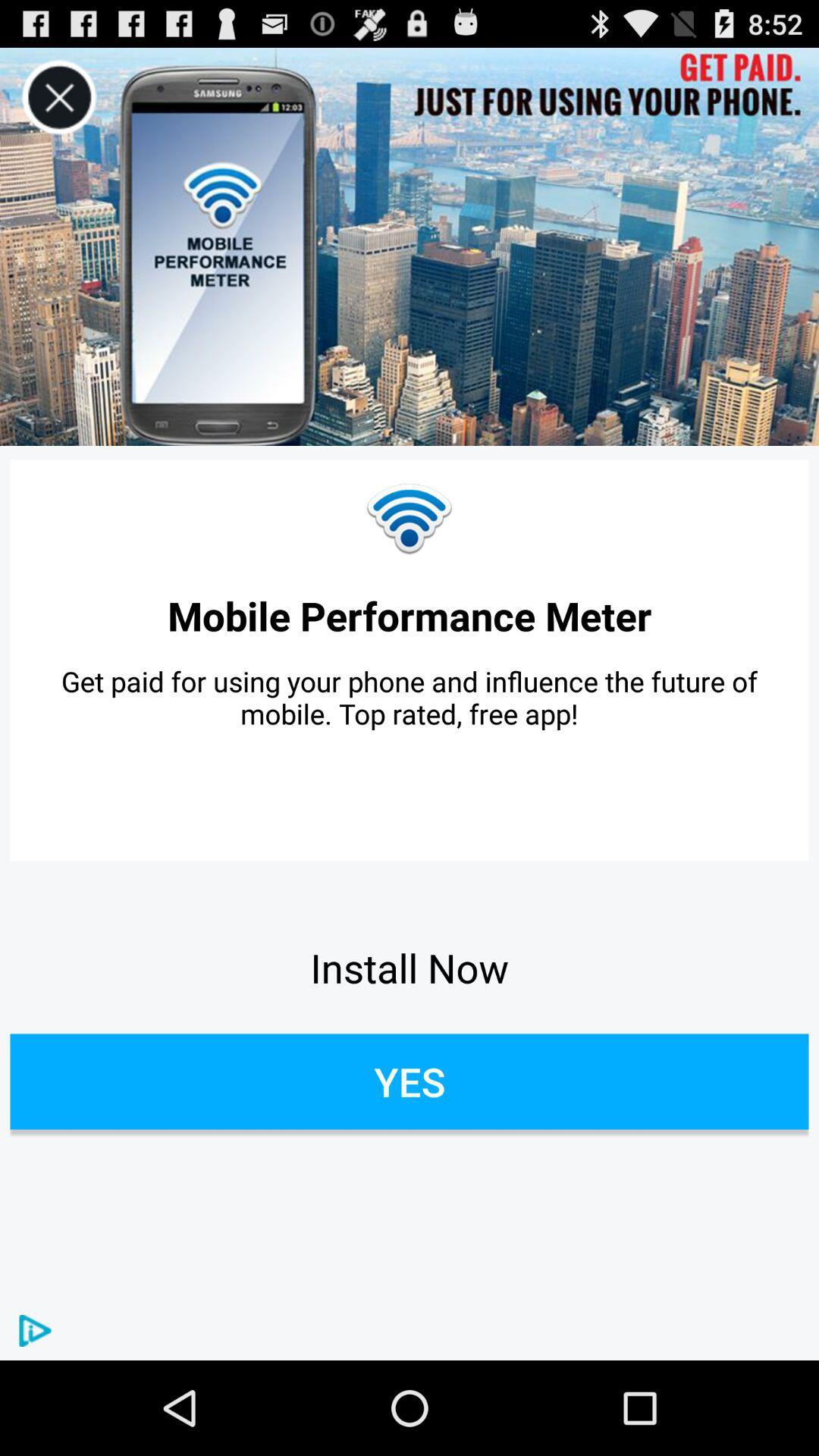 Image resolution: width=819 pixels, height=1456 pixels. I want to click on the install now, so click(409, 967).